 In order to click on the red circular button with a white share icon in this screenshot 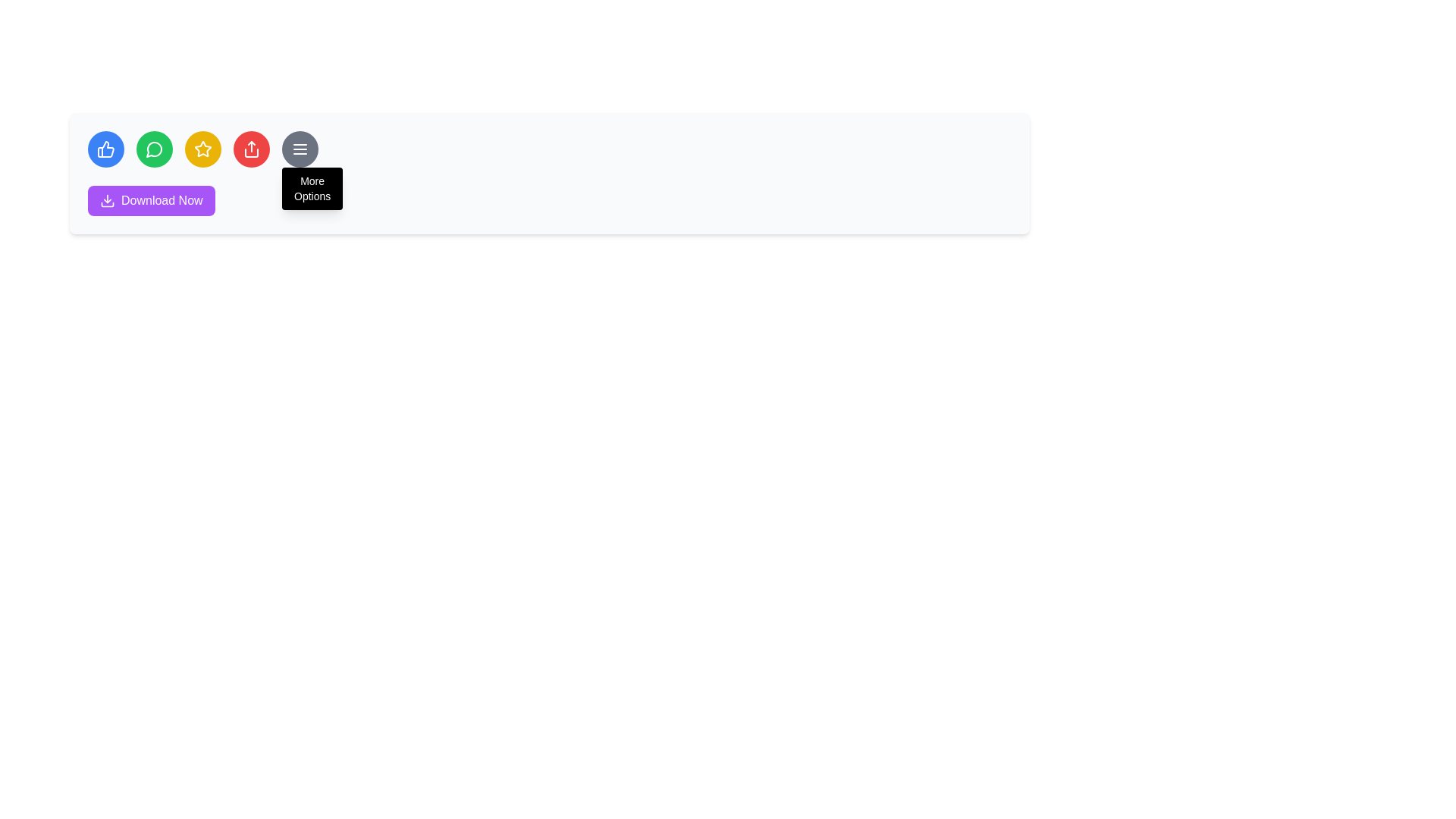, I will do `click(251, 149)`.